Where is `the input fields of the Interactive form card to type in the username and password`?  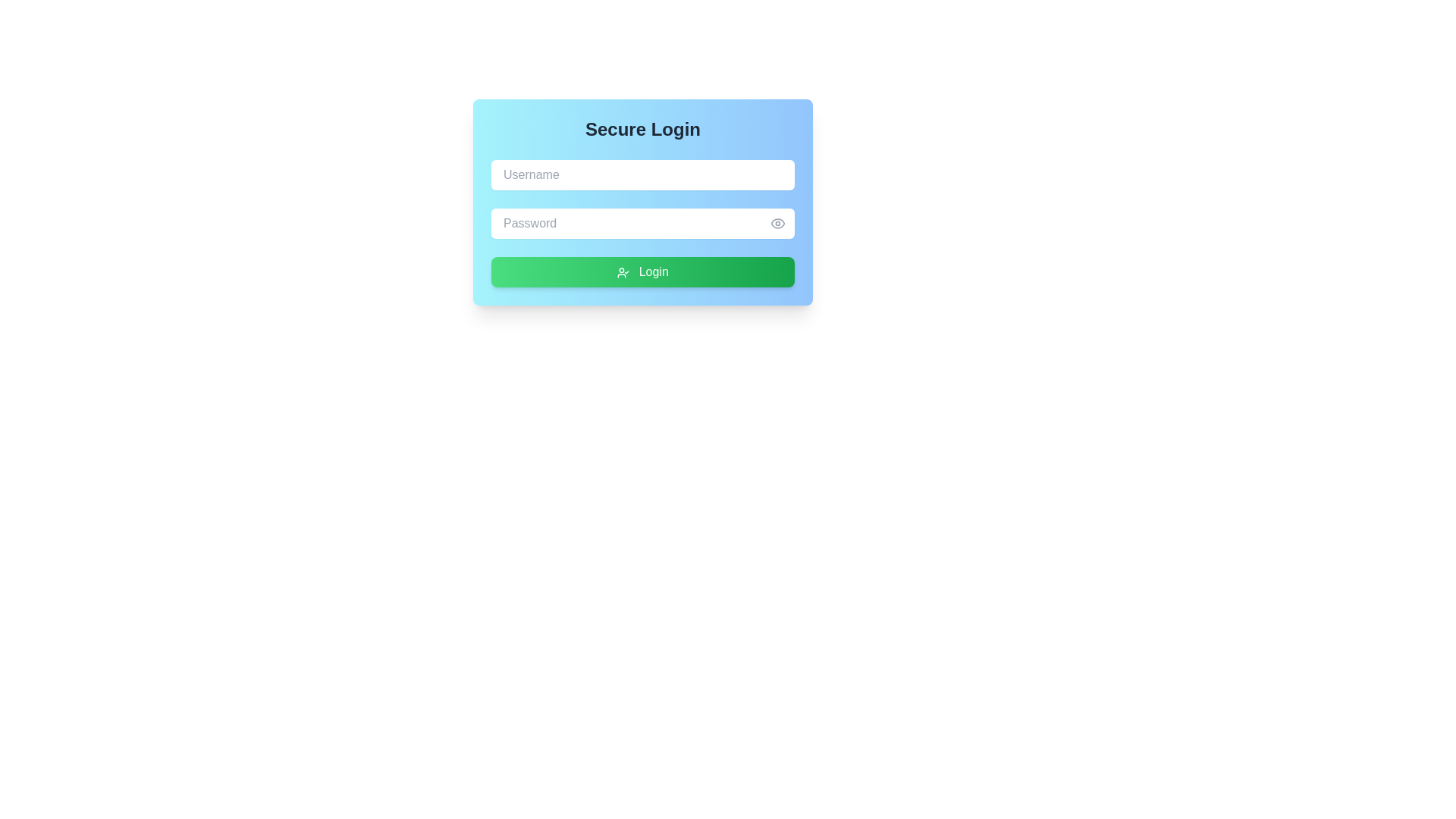 the input fields of the Interactive form card to type in the username and password is located at coordinates (643, 201).